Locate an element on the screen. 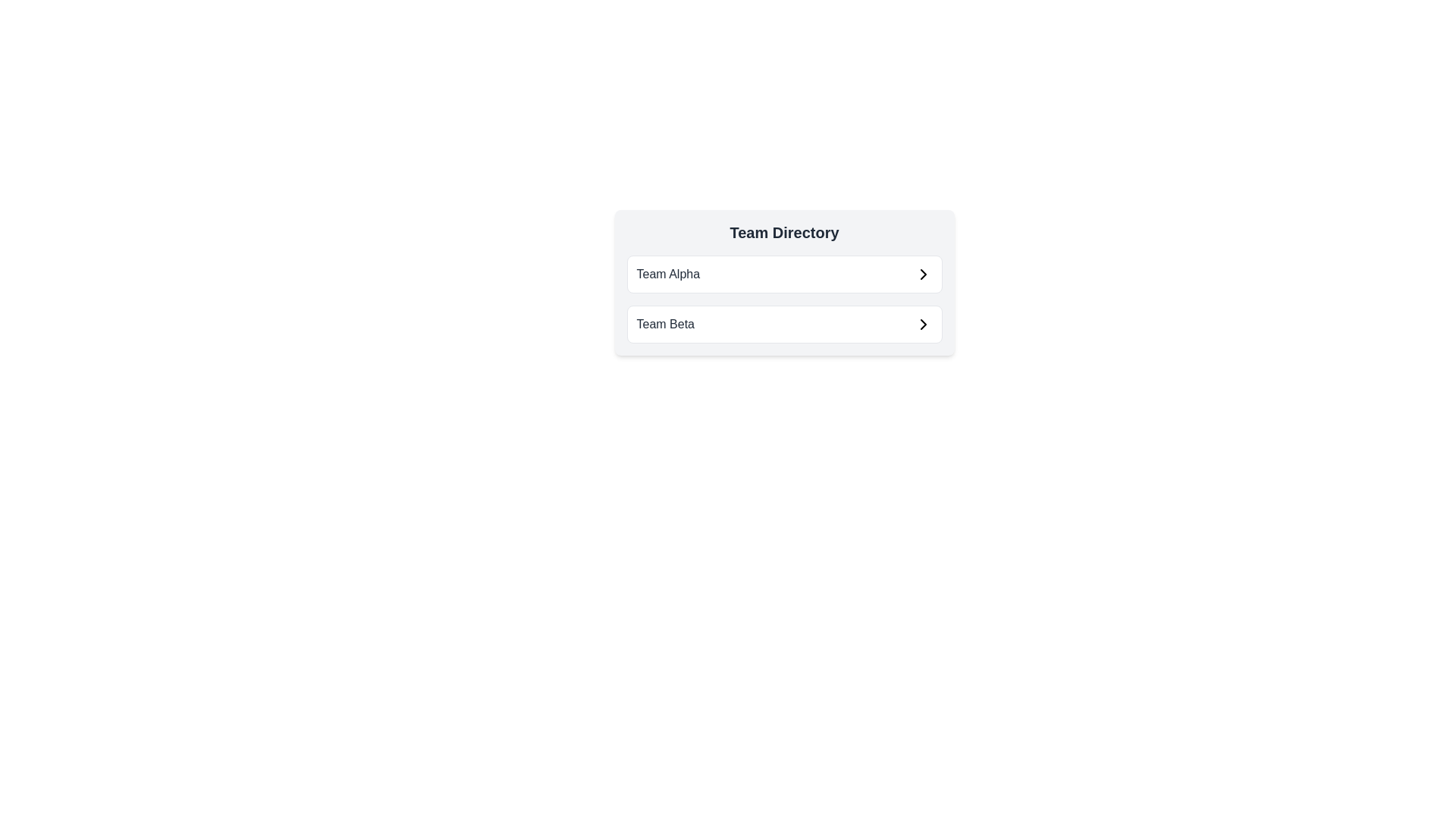 This screenshot has width=1456, height=819. text content of the label displaying 'Team Alpha', which is styled with a medium-weight sans-serif font in dark gray, located at the top left of the Team Directory card is located at coordinates (667, 275).